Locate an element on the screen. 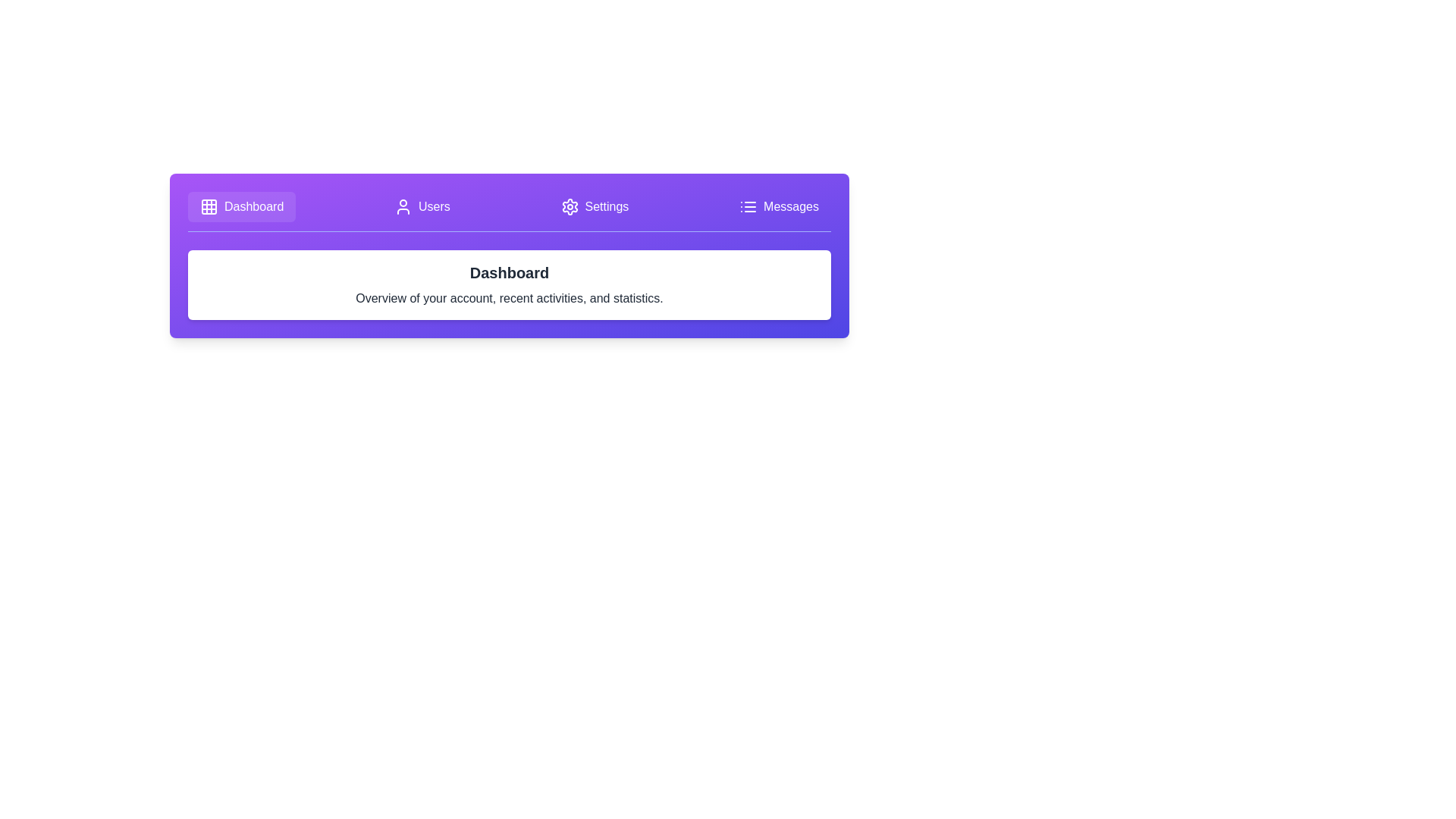  the bold-styled text displaying 'Dashboard', which is prominently positioned in the upper-central area of the content section, above the subtitle 'Overview of your account, recent activities, and statistics' is located at coordinates (510, 271).